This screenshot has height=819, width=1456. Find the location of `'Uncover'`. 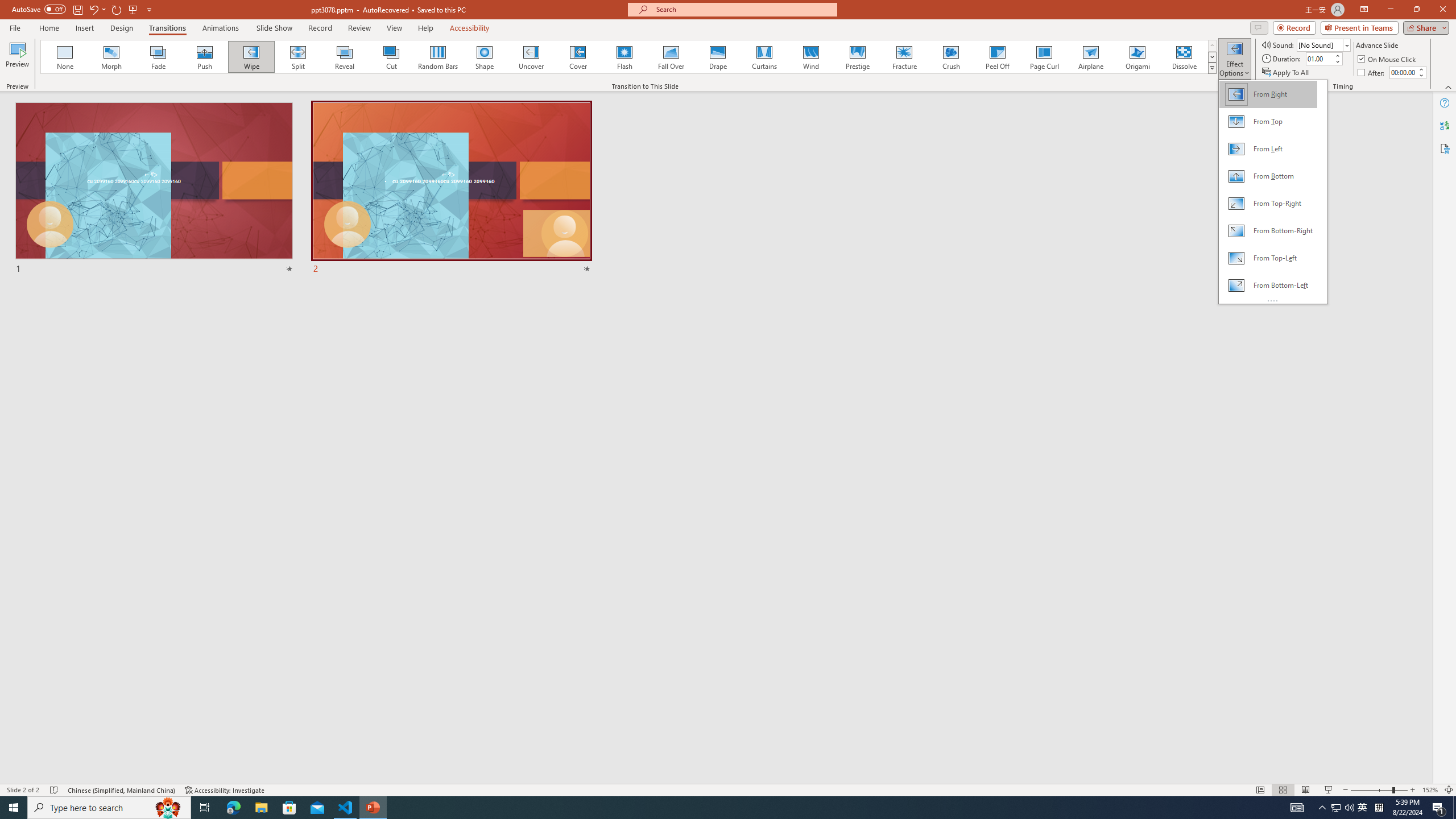

'Uncover' is located at coordinates (531, 56).